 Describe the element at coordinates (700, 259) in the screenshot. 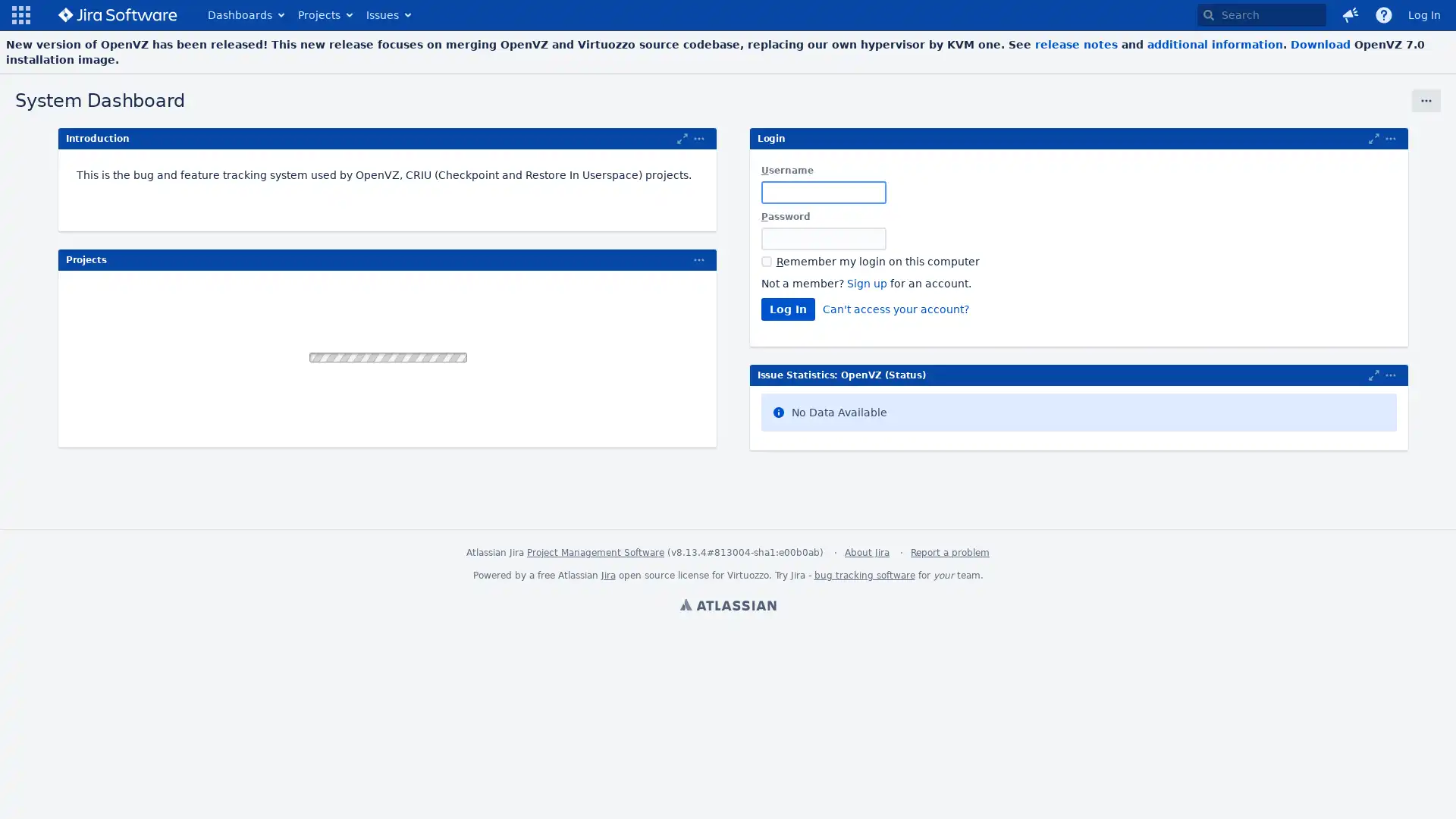

I see `Expand` at that location.